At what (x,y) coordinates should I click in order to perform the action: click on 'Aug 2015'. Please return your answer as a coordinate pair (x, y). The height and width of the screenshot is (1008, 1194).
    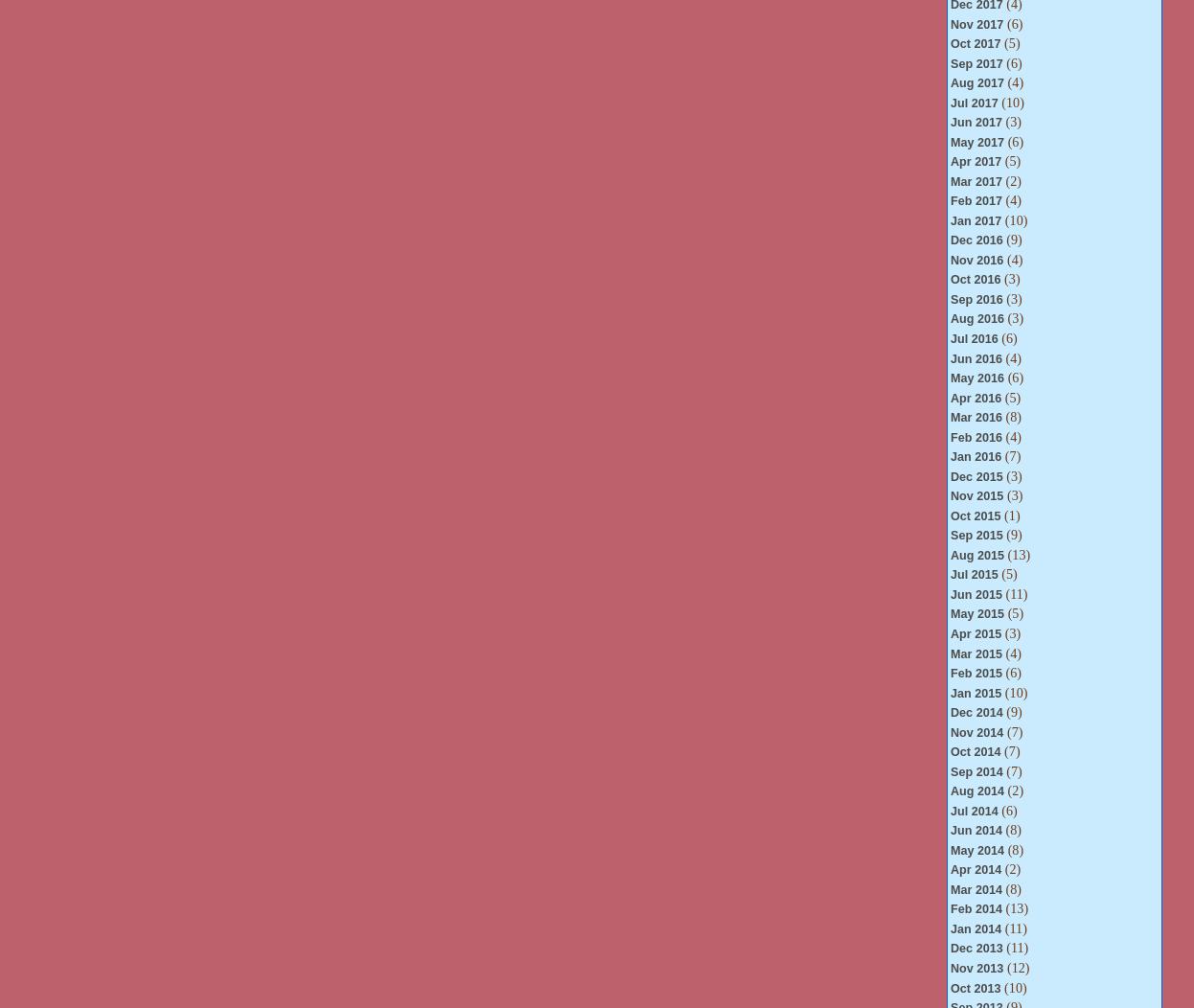
    Looking at the image, I should click on (976, 554).